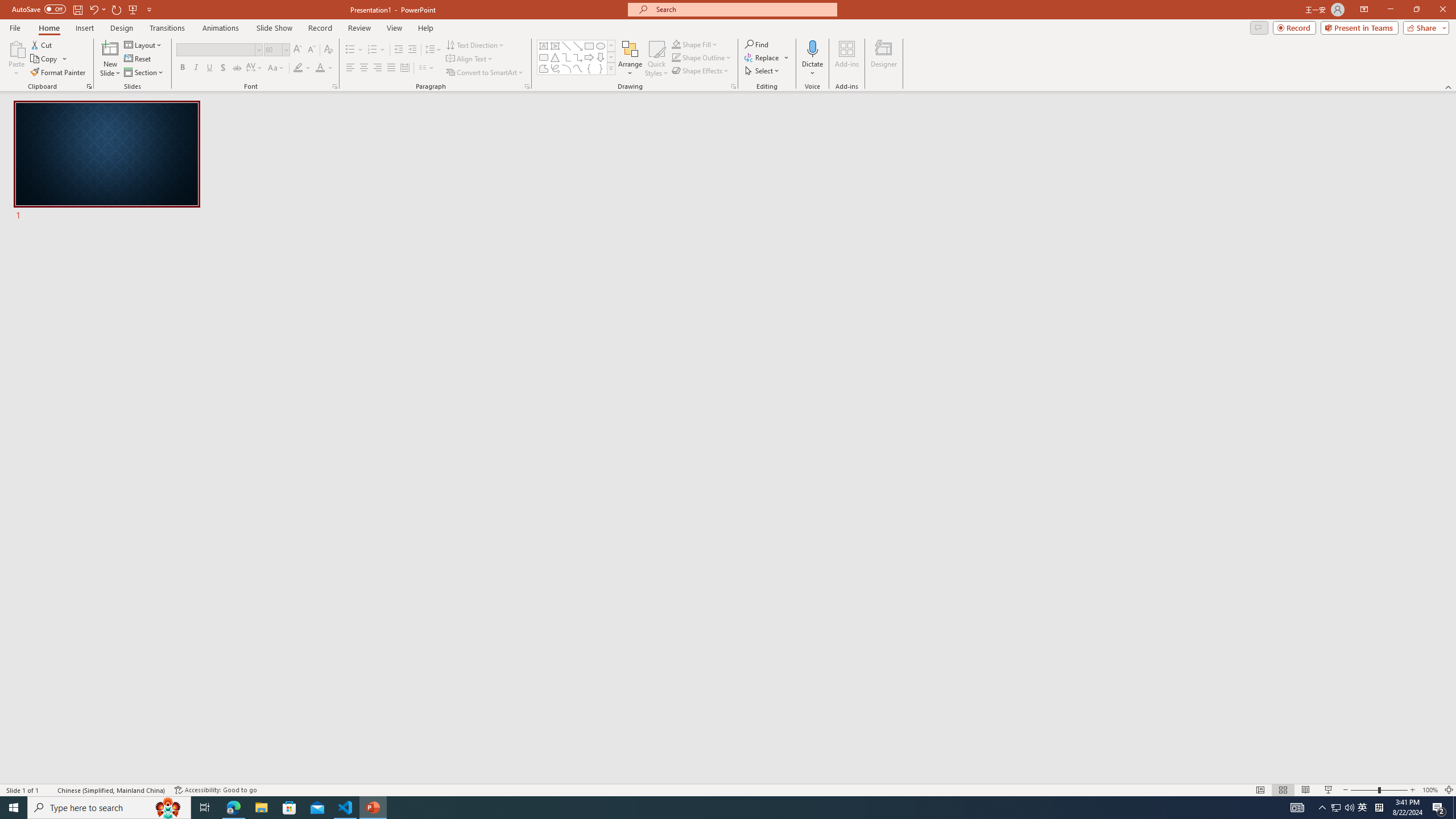 This screenshot has height=819, width=1456. What do you see at coordinates (183, 67) in the screenshot?
I see `'Bold'` at bounding box center [183, 67].